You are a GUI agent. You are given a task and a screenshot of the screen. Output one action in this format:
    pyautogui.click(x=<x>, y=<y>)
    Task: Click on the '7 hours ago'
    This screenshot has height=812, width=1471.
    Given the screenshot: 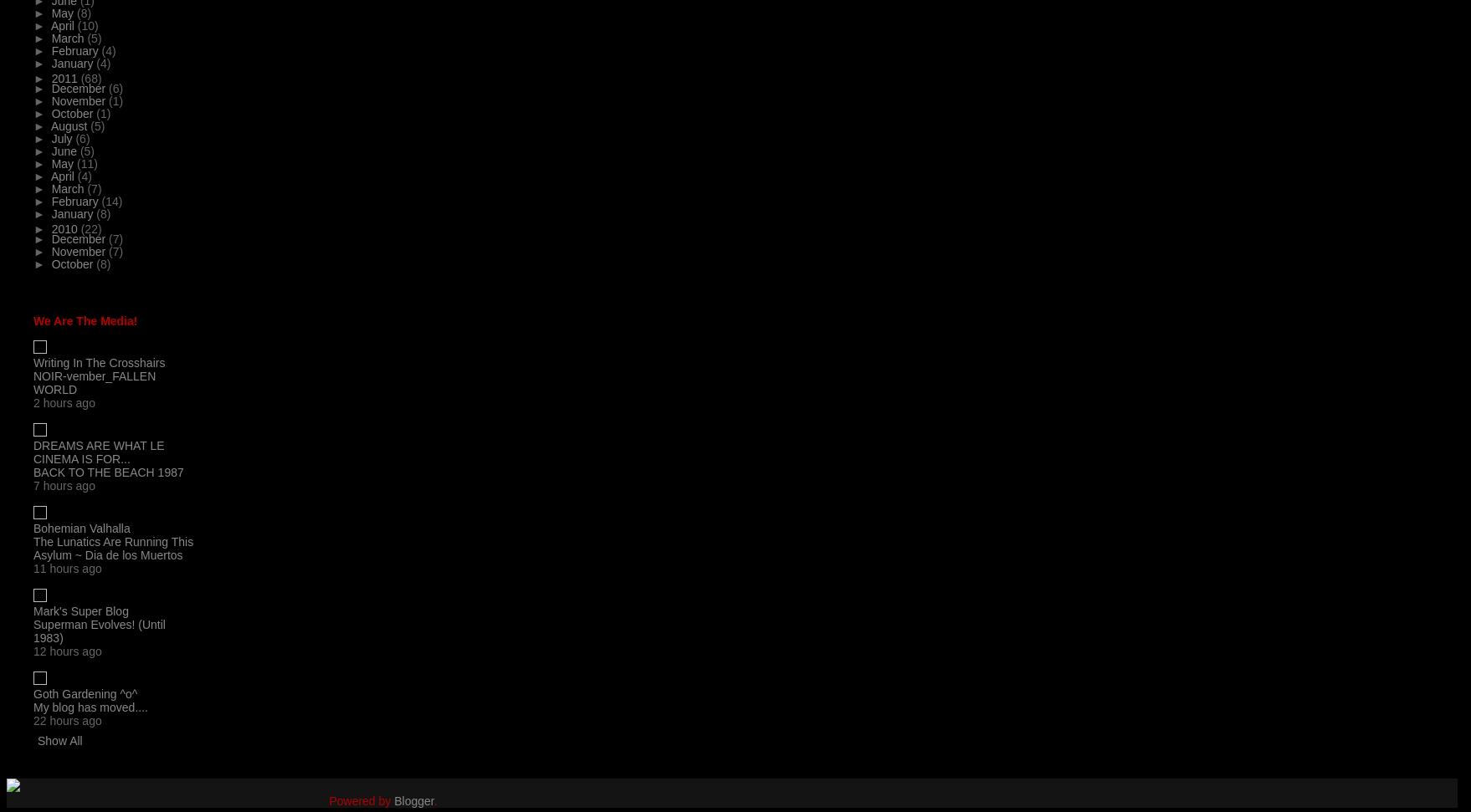 What is the action you would take?
    pyautogui.click(x=64, y=486)
    